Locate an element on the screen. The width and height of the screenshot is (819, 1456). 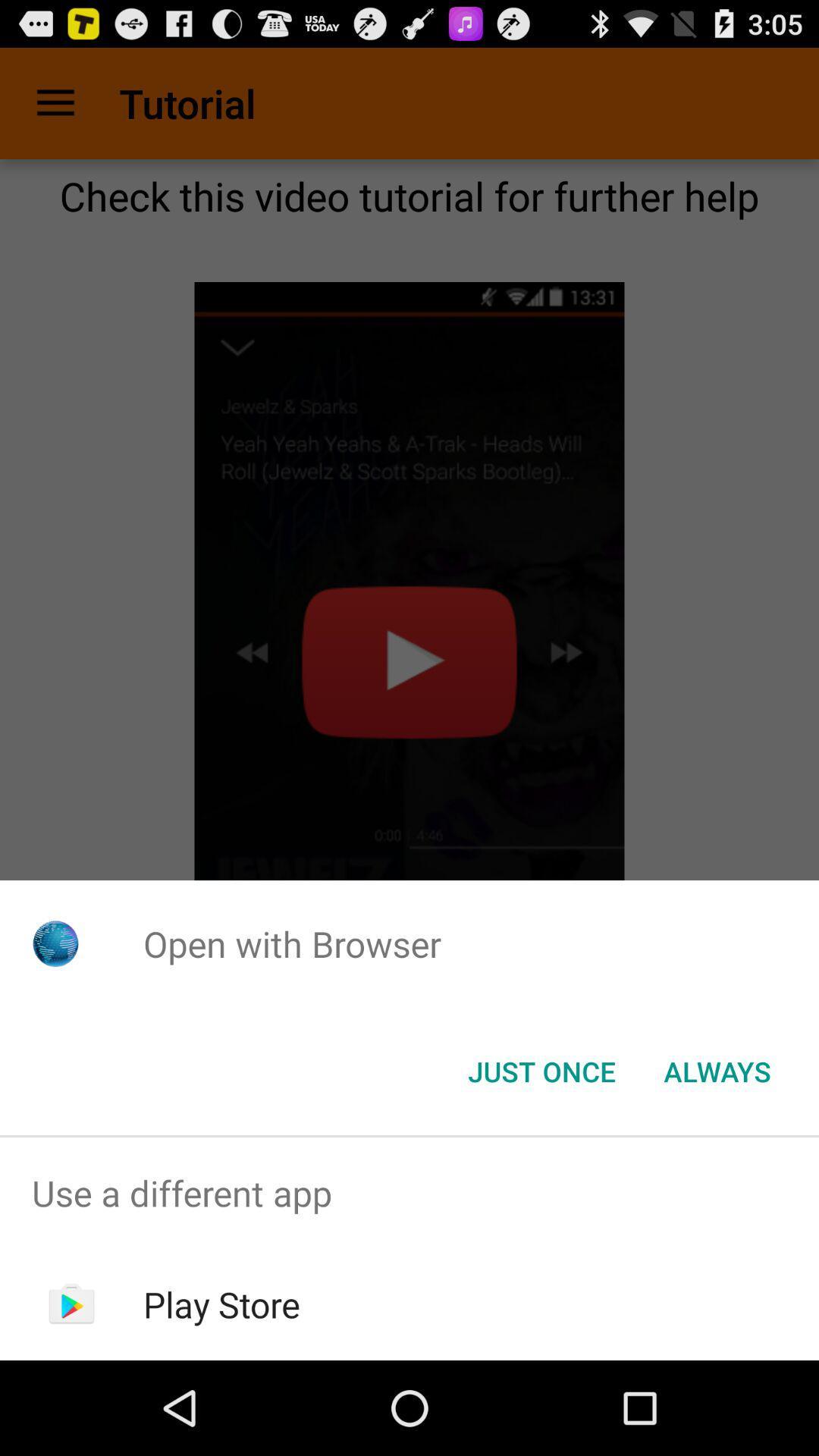
the just once button is located at coordinates (541, 1070).